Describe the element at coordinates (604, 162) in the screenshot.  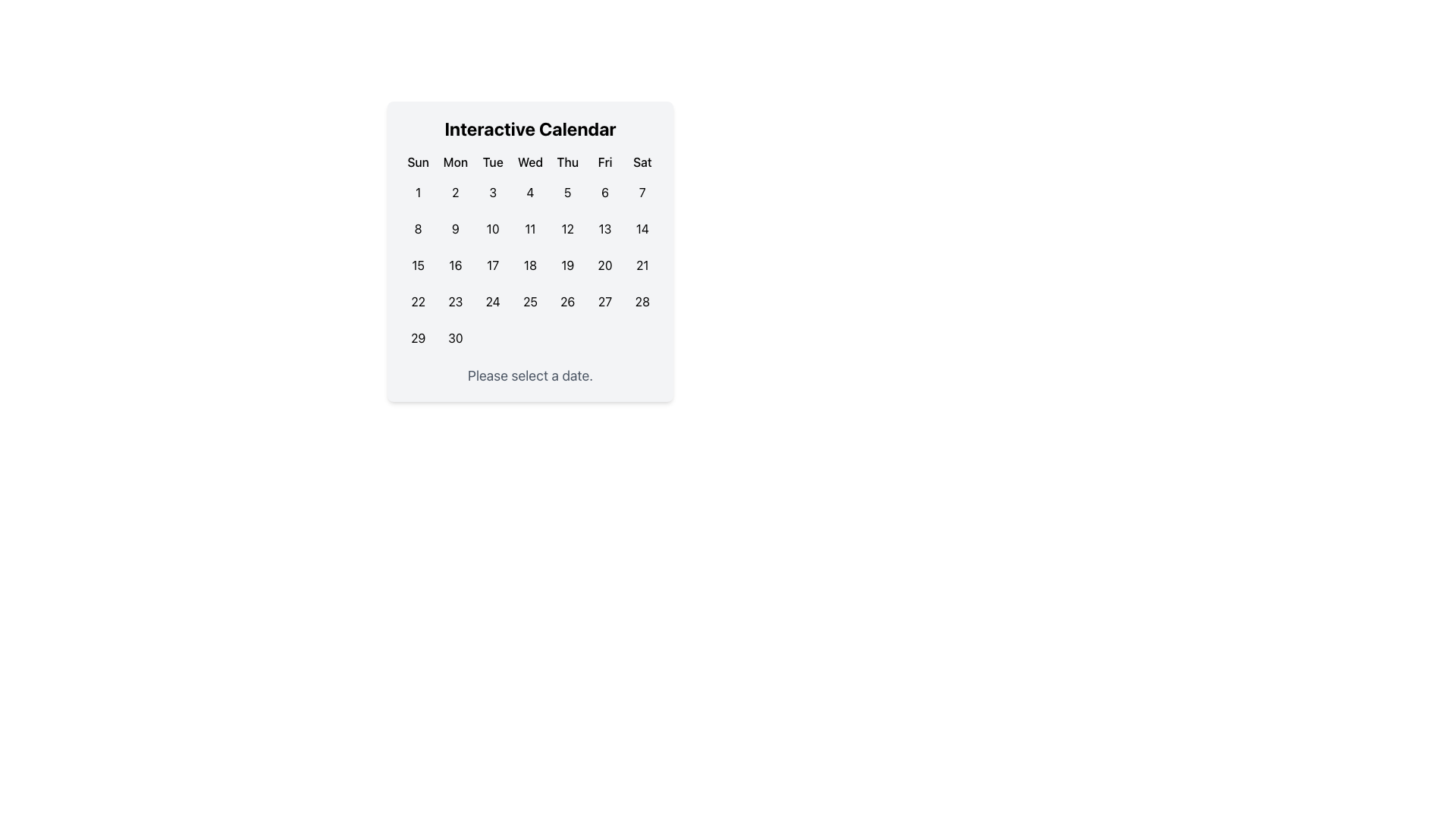
I see `the text label displaying 'Fri', which is the sixth day label in a row of seven day labels in a calendar interface` at that location.